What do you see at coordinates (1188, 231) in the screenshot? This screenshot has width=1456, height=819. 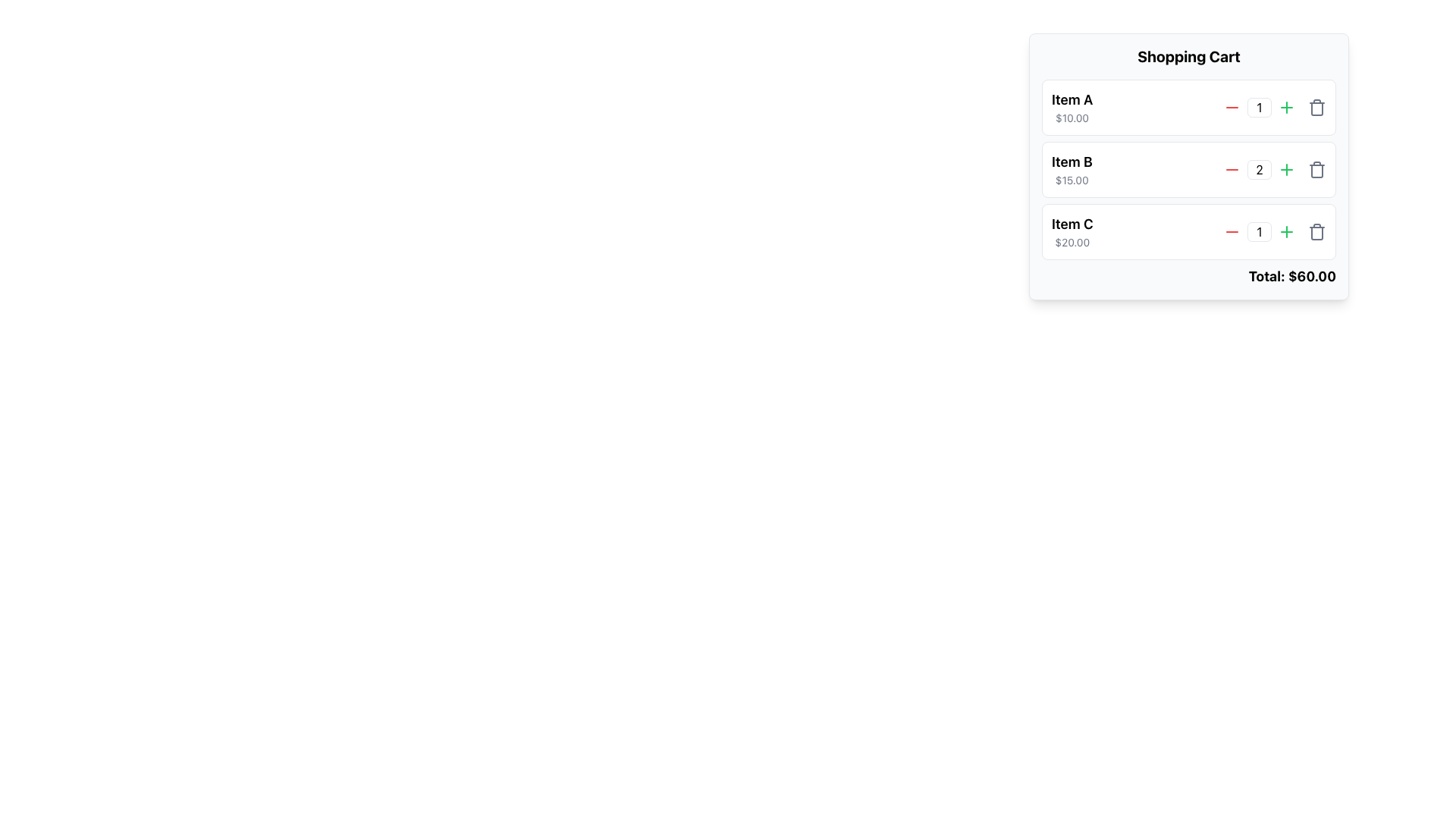 I see `the increment button of the third product item entry in the shopping cart, which has a white background, rounded corners, and is positioned below 'Item B'` at bounding box center [1188, 231].